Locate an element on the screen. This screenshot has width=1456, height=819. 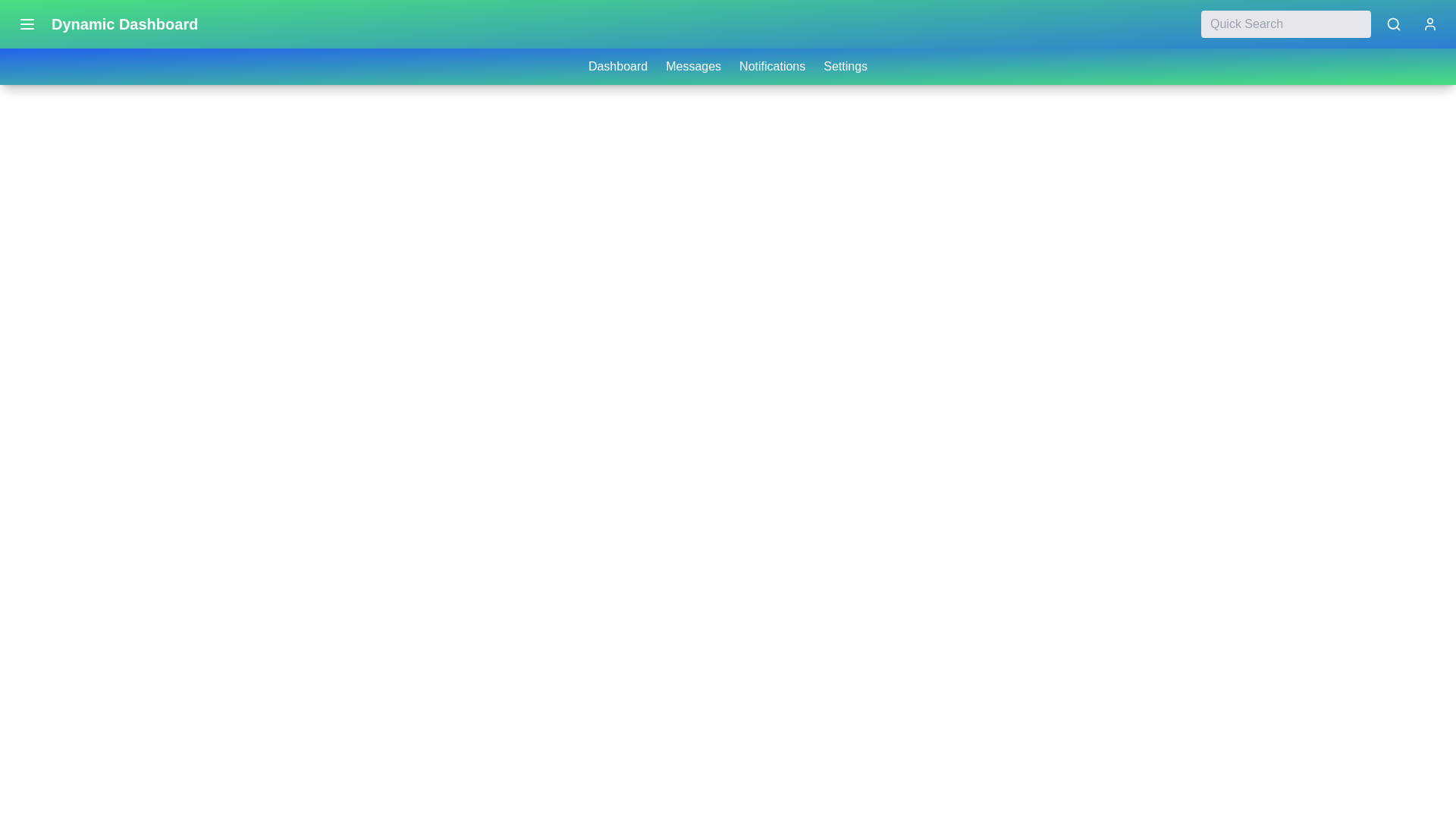
the Text Link located in the navigation bar is located at coordinates (692, 66).